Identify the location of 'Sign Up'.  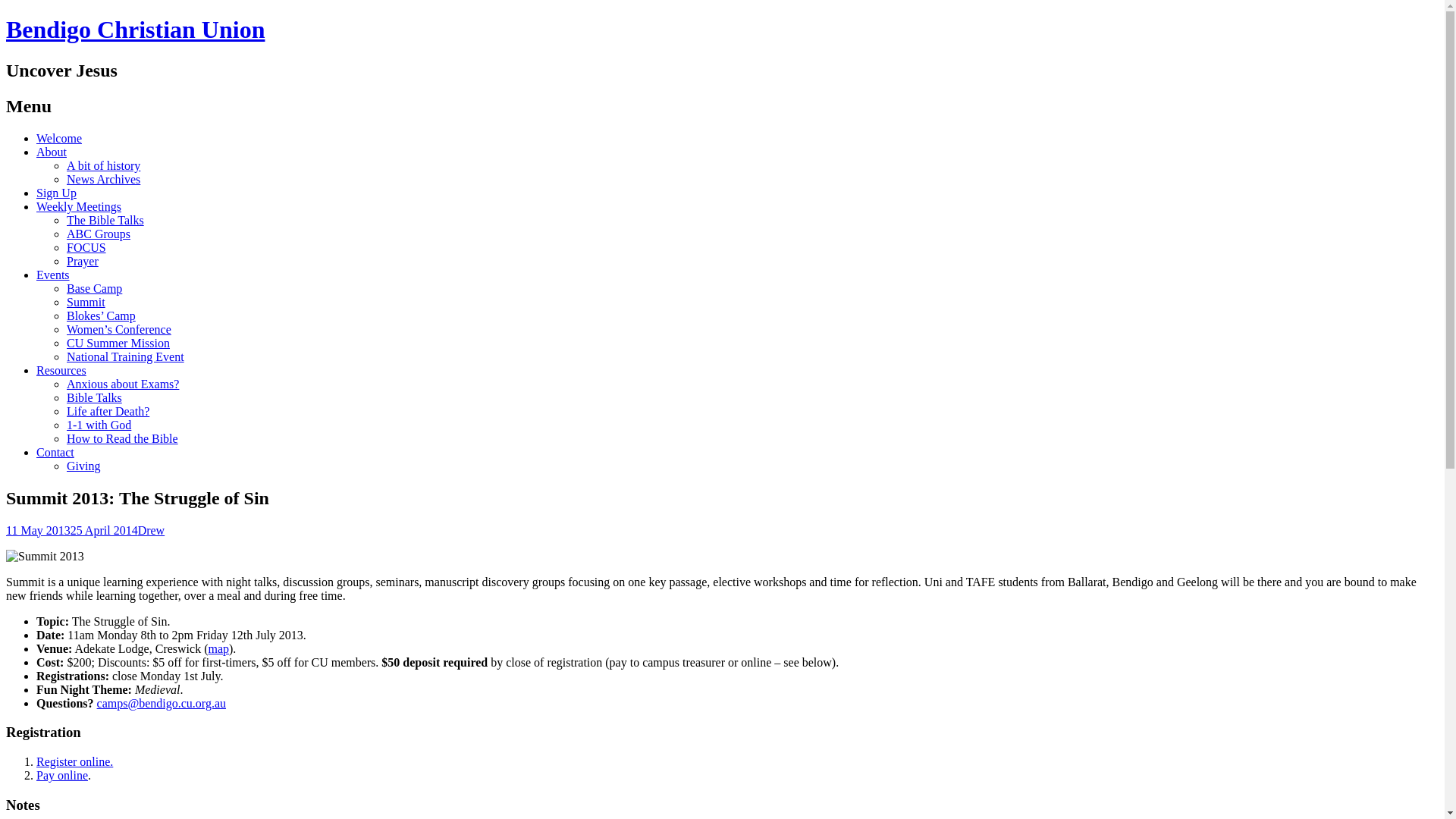
(56, 192).